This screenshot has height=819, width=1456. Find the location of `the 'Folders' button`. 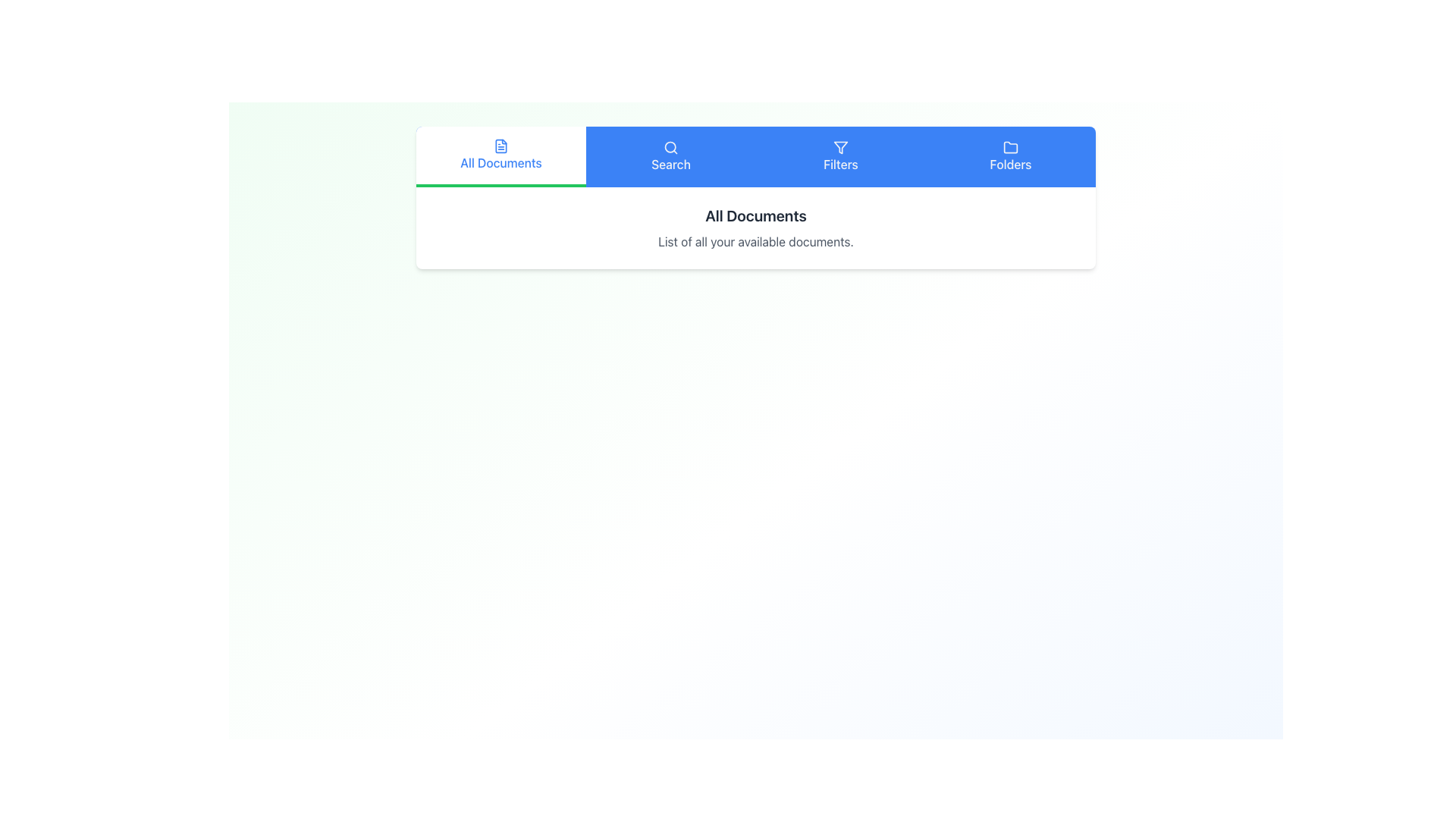

the 'Folders' button is located at coordinates (1011, 157).